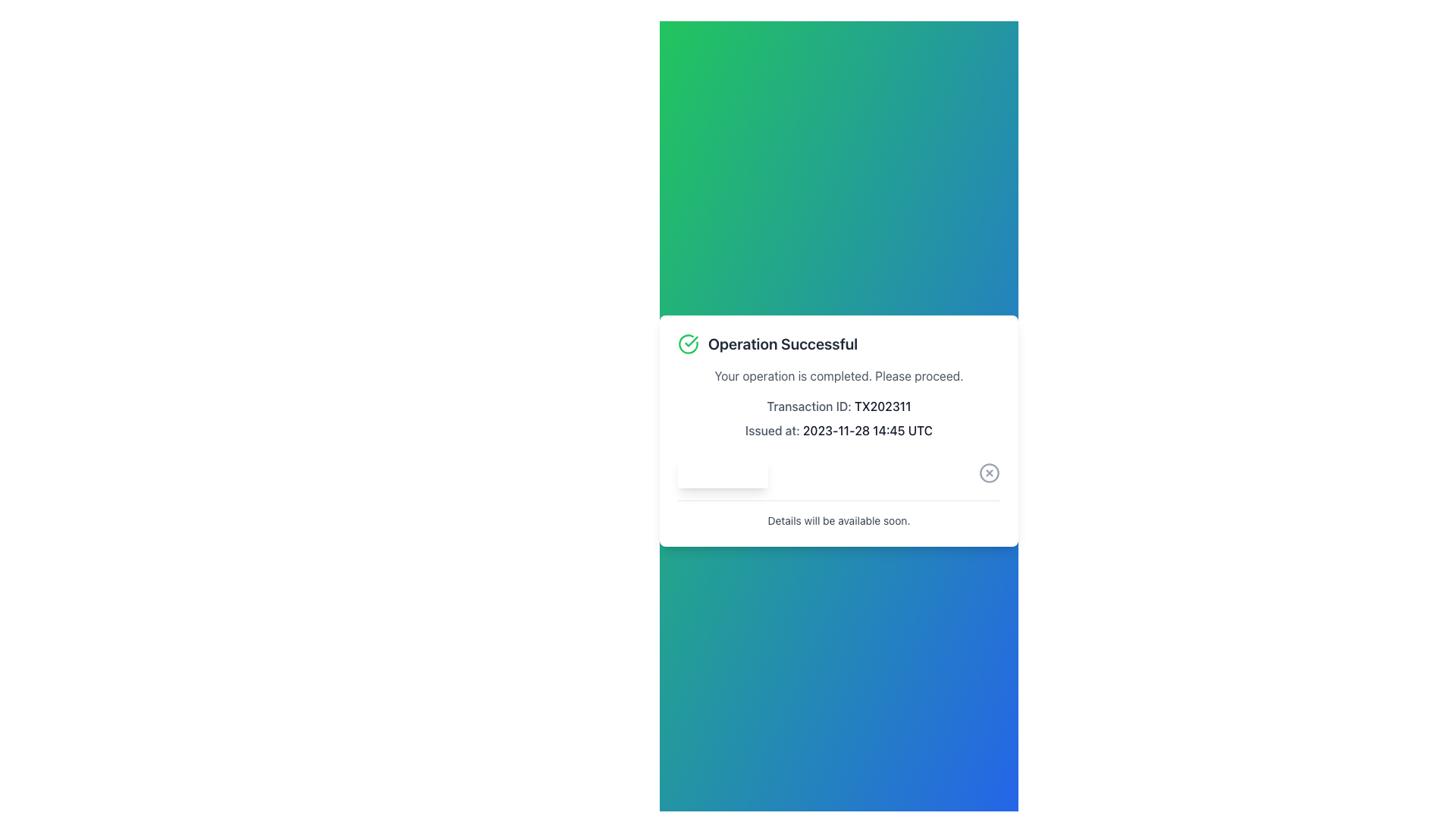 The height and width of the screenshot is (819, 1456). Describe the element at coordinates (838, 405) in the screenshot. I see `transaction ID displayed in the static text label located centrally in the dialog box, just below the title 'Operation Successful'` at that location.